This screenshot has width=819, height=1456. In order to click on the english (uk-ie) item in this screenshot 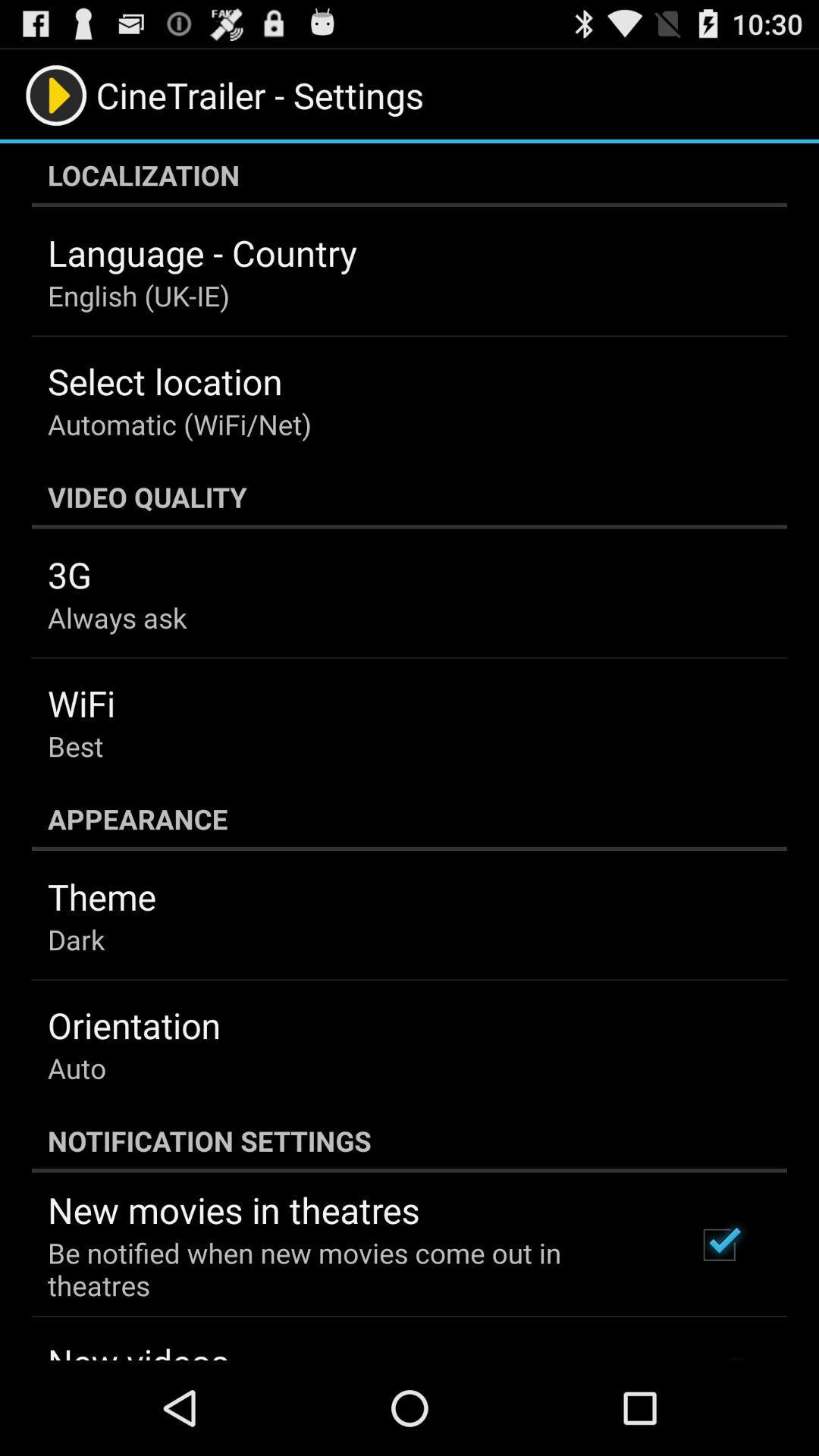, I will do `click(138, 295)`.